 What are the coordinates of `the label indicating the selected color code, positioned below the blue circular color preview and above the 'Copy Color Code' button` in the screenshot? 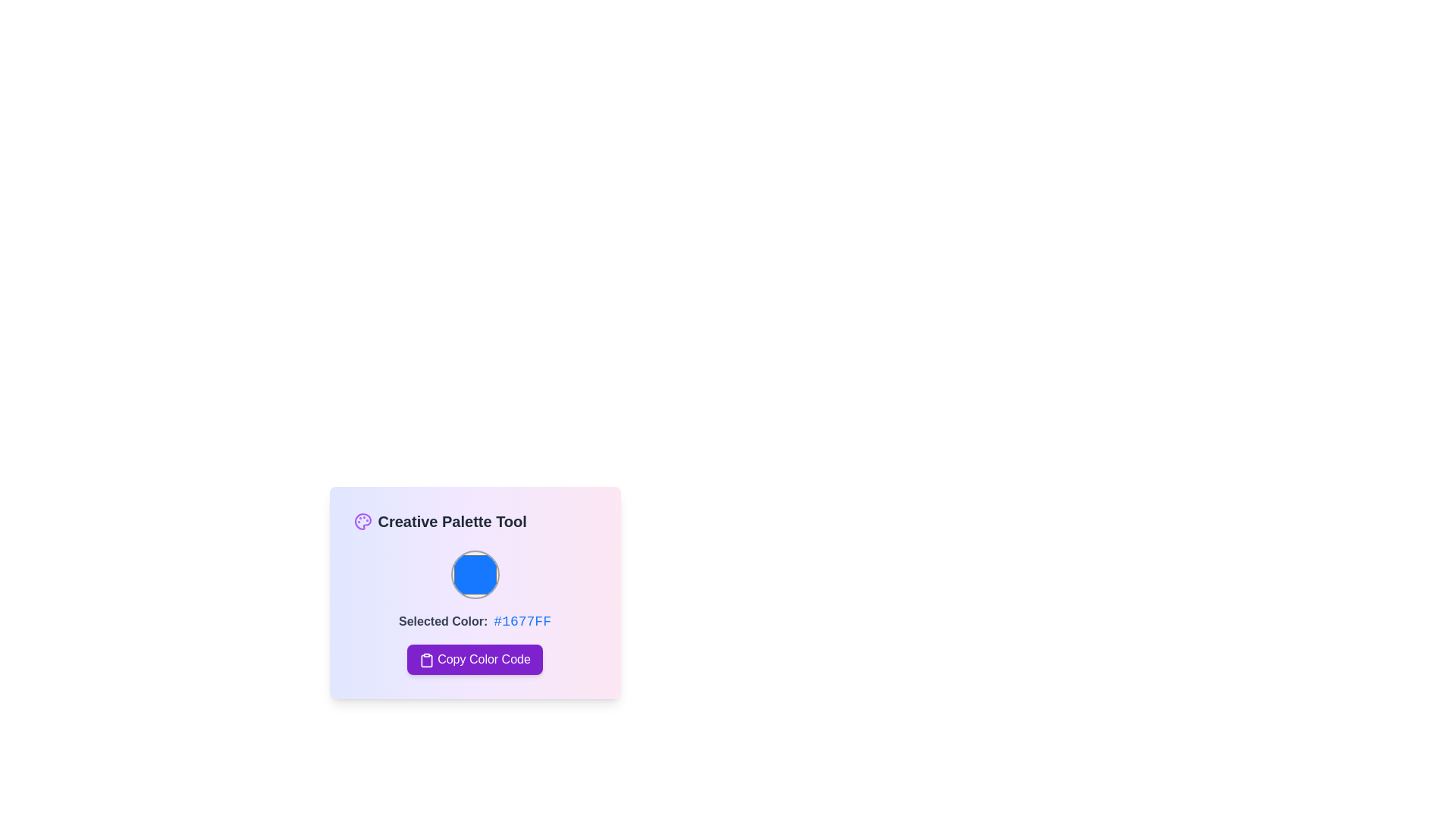 It's located at (442, 622).